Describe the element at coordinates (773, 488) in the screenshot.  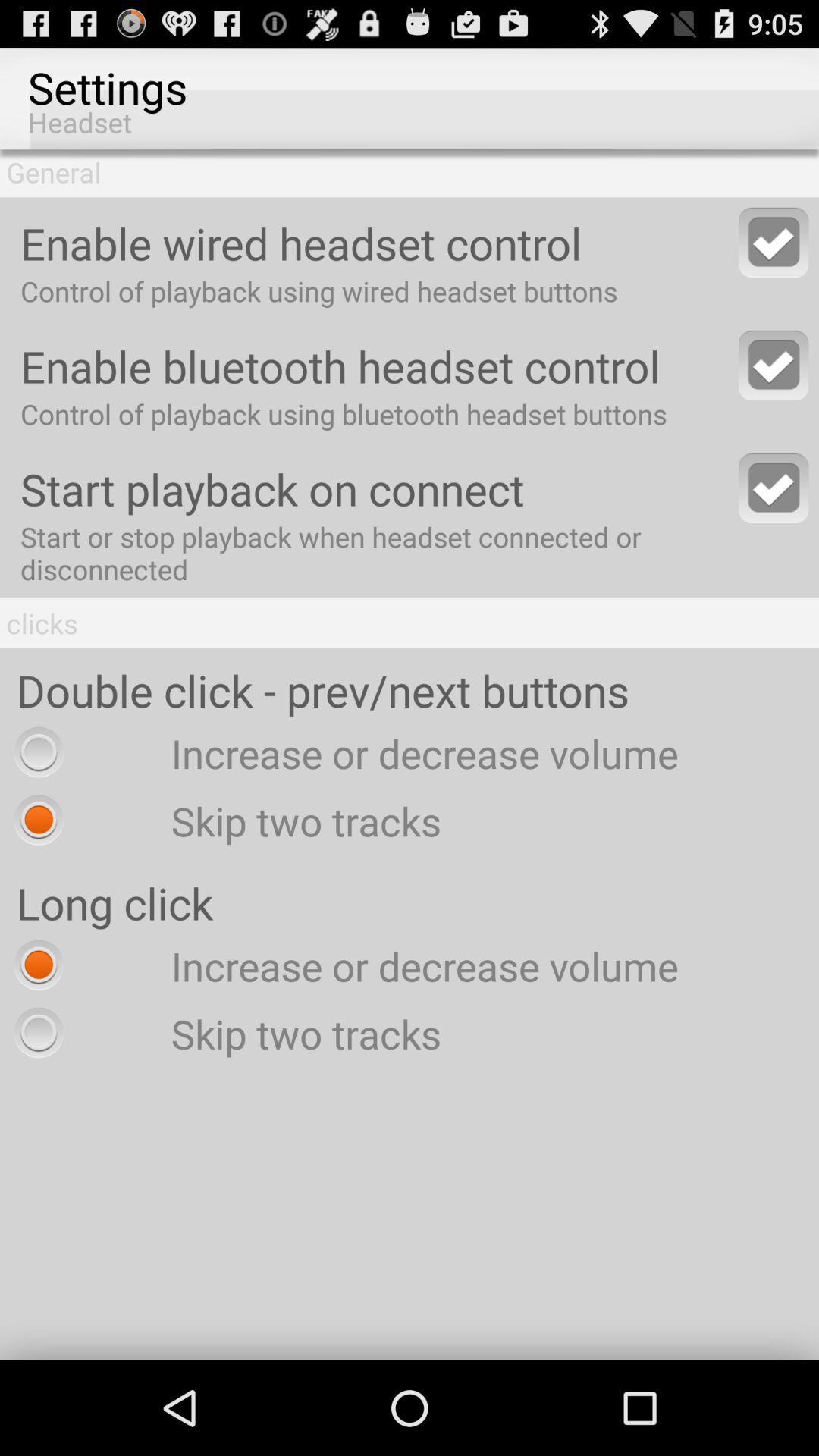
I see `mark or unmark` at that location.